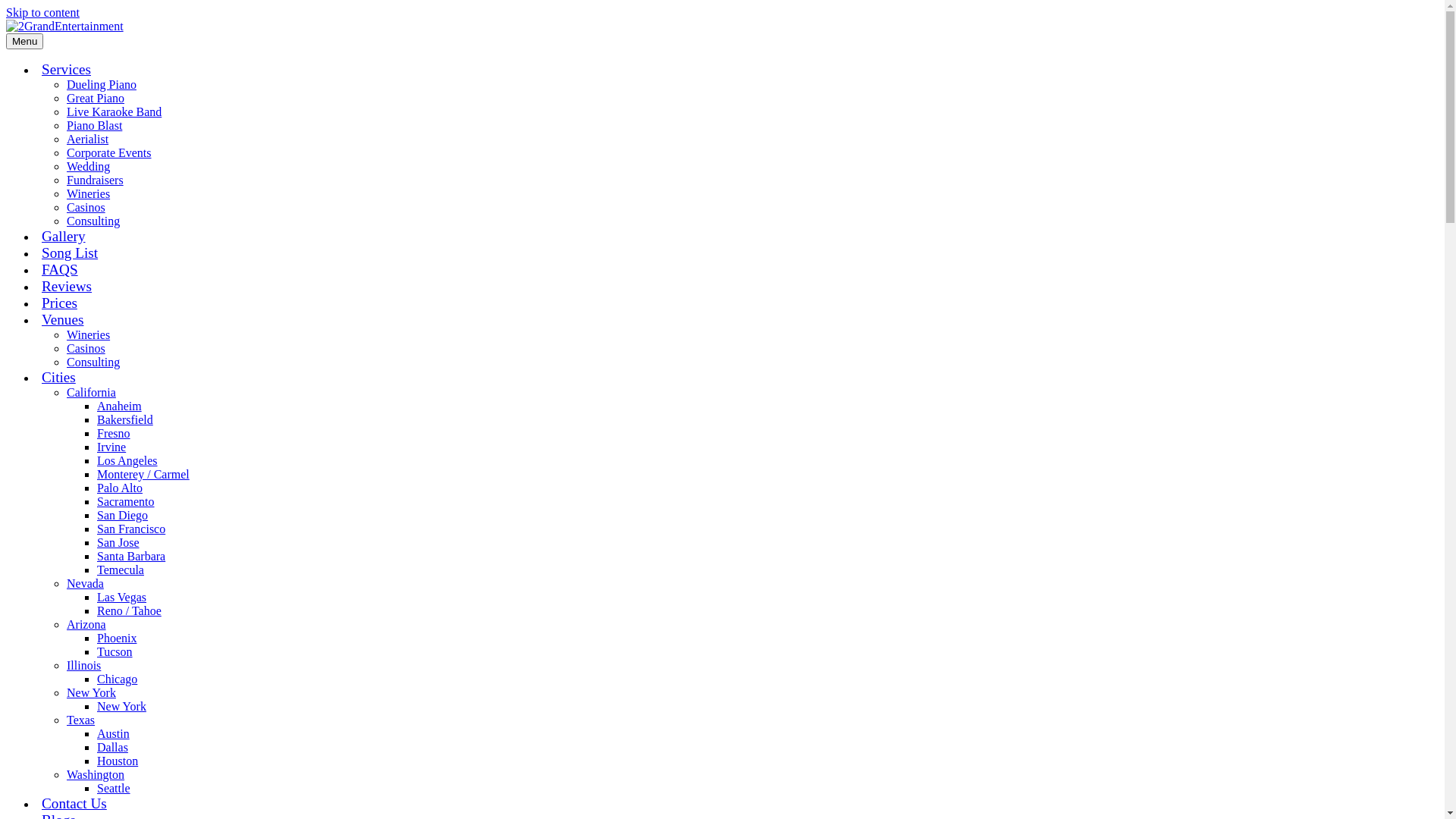 This screenshot has height=819, width=1456. What do you see at coordinates (87, 193) in the screenshot?
I see `'Wineries'` at bounding box center [87, 193].